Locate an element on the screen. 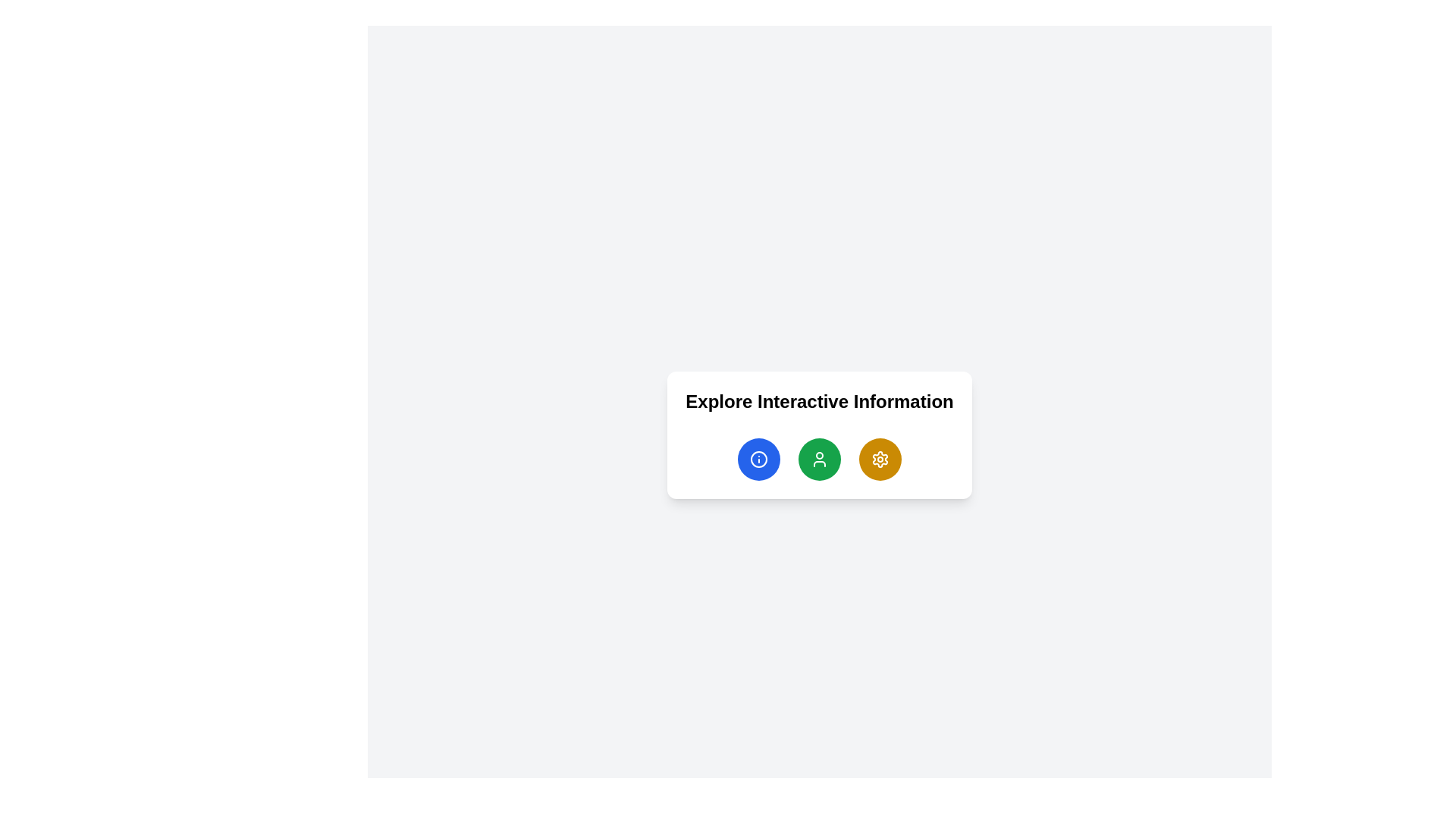  the circular button with a yellow background and a white gear icon, located beneath the 'Explore Interactive Information' label and positioned to the far right among three buttons is located at coordinates (880, 458).